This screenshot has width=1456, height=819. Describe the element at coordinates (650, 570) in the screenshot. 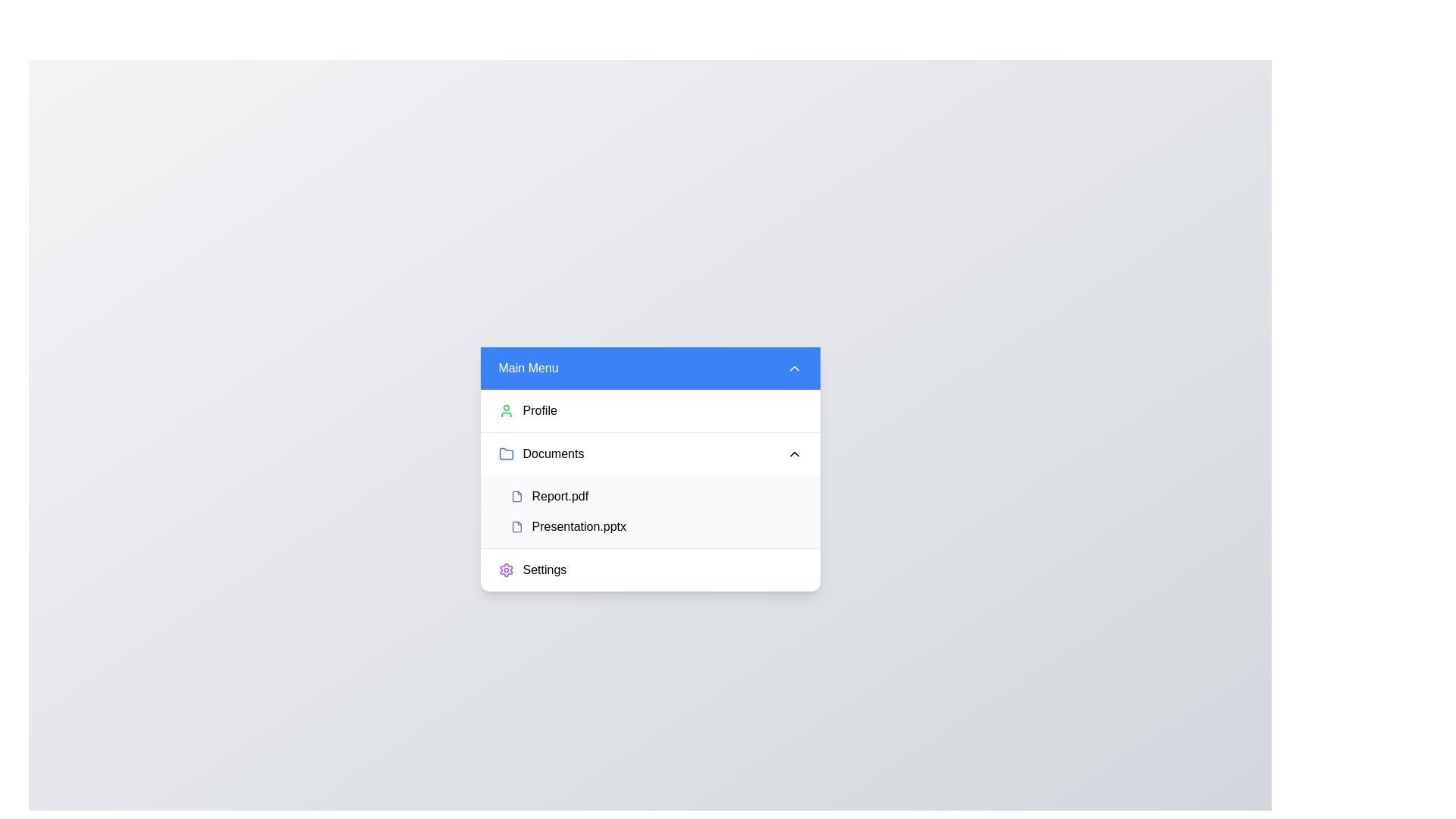

I see `the navigation button at the bottom of the menu that opens additional options for settings or configurations` at that location.